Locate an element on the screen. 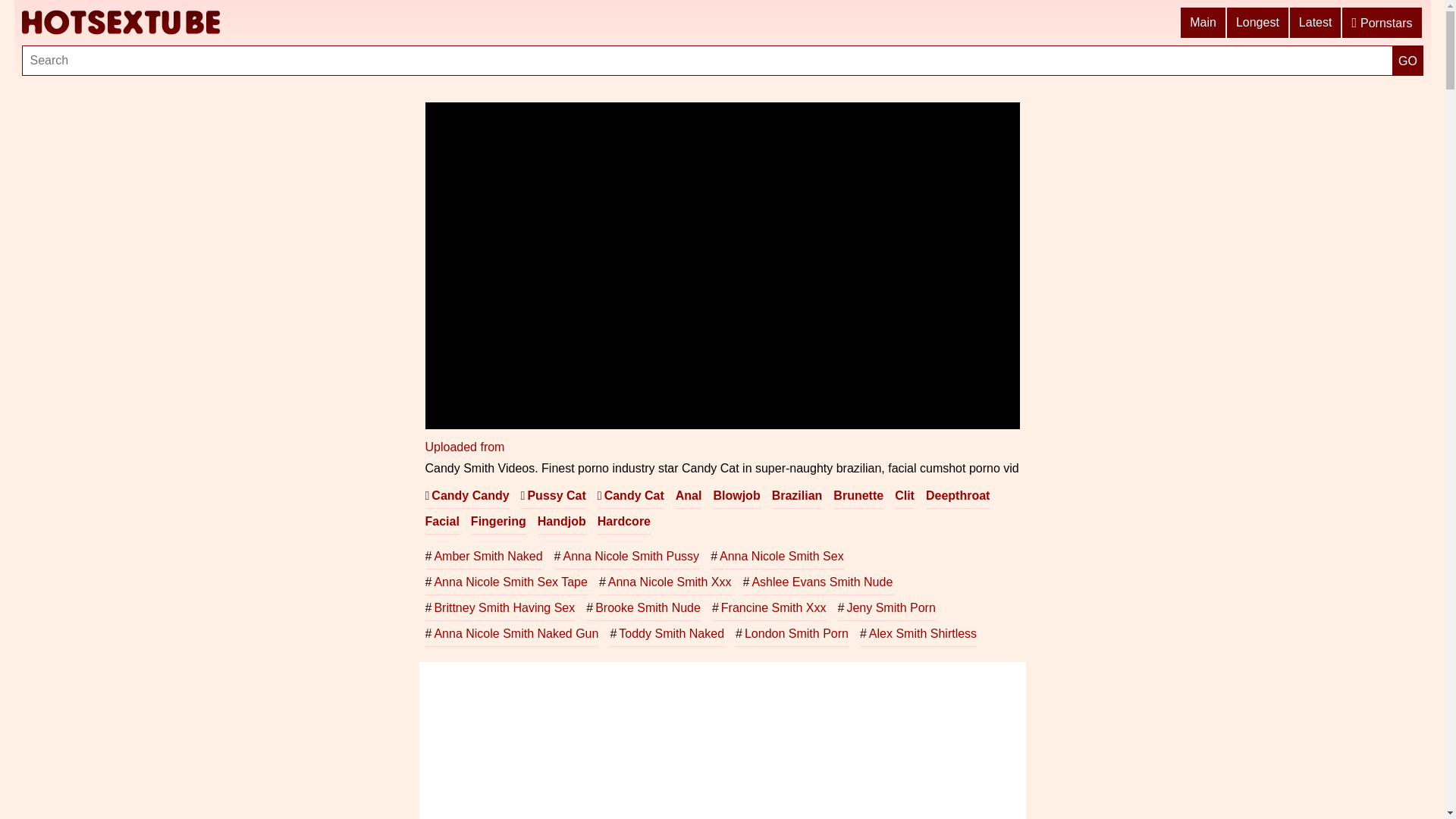 This screenshot has height=819, width=1456. 'Hot sex tube' is located at coordinates (119, 23).